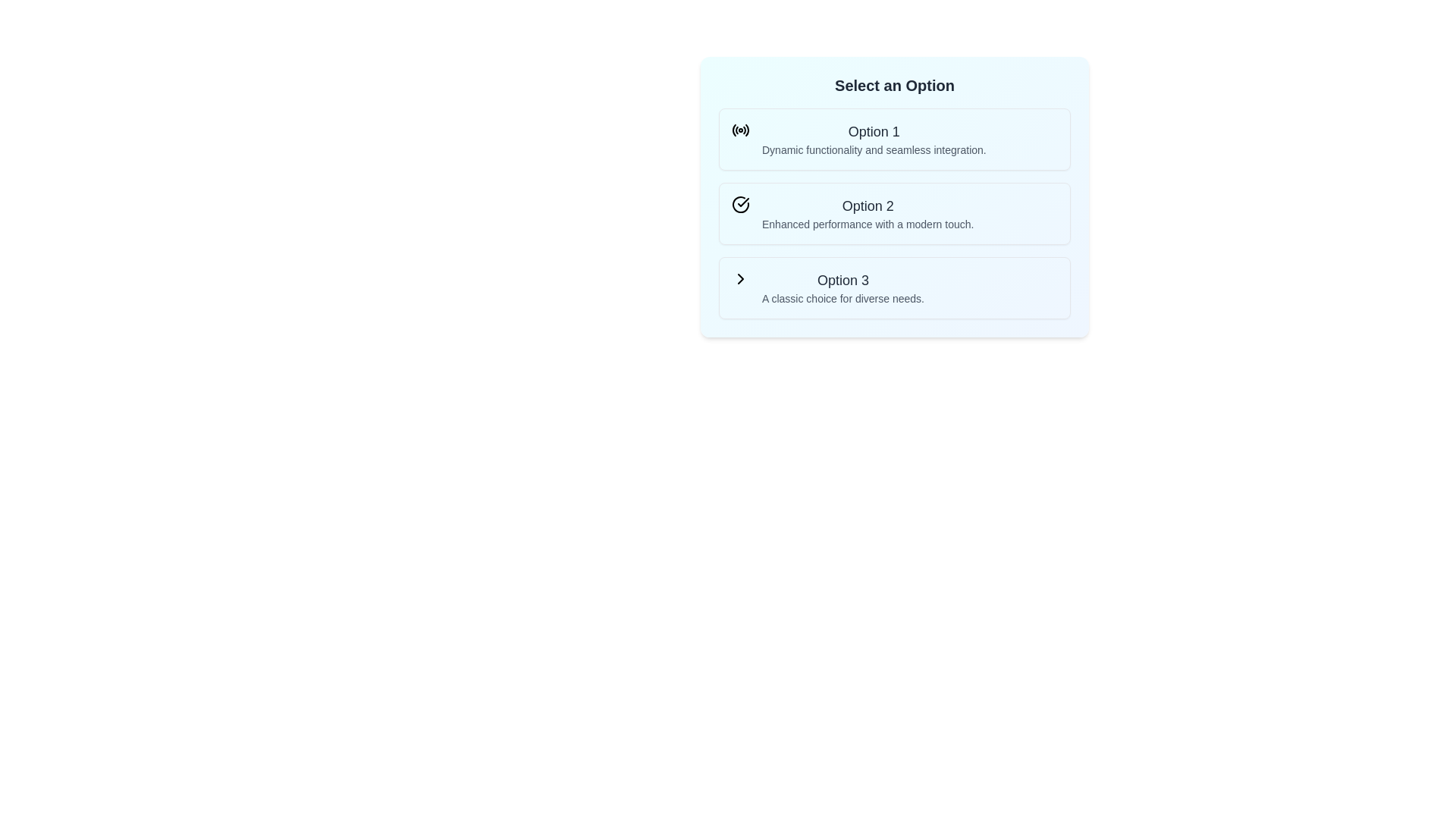 The height and width of the screenshot is (819, 1456). I want to click on the icon that visually represents the selected state for 'Option 2', confirming the user's choice, so click(741, 205).